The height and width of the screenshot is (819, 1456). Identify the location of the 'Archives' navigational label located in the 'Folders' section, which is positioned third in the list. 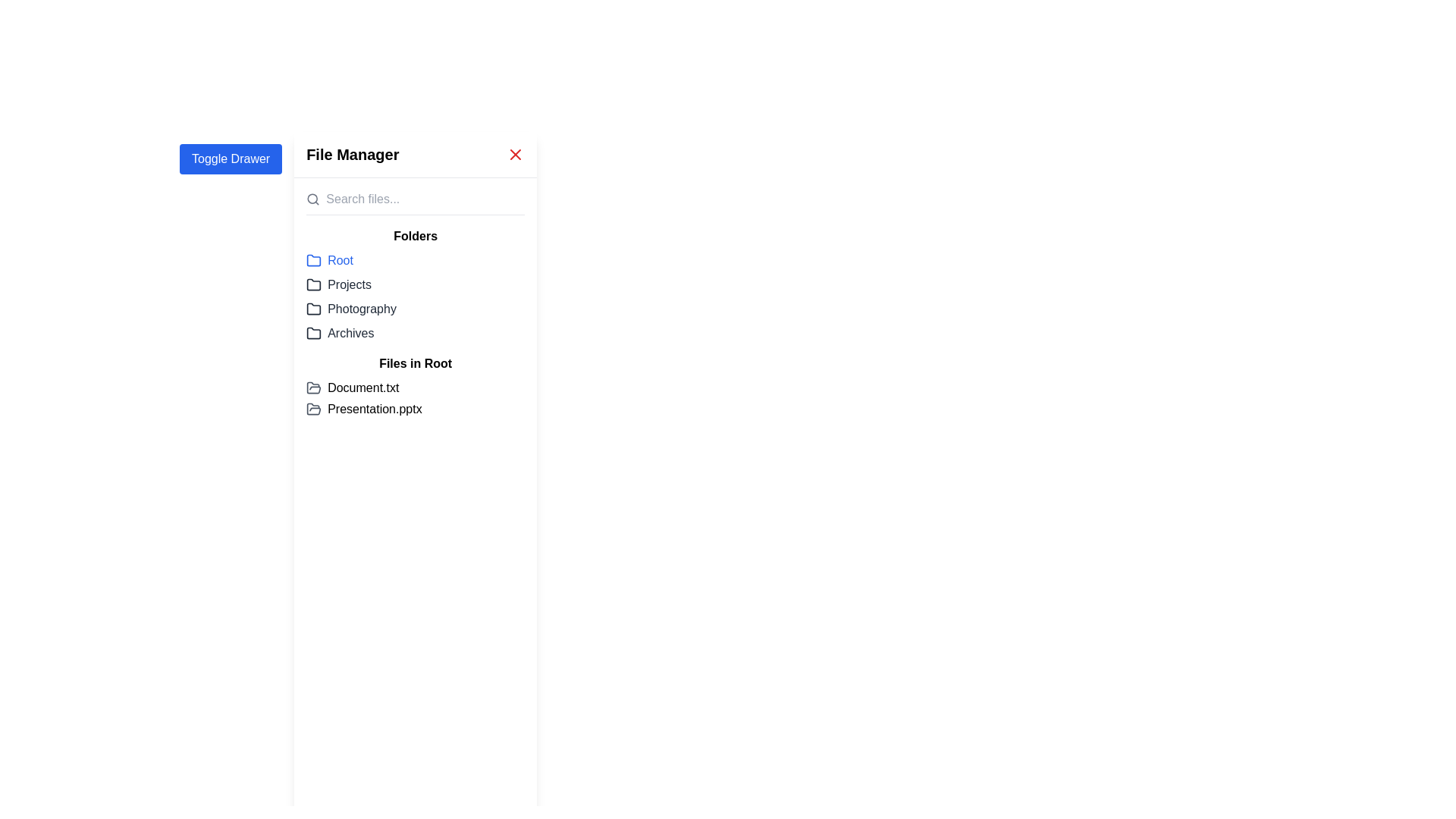
(350, 332).